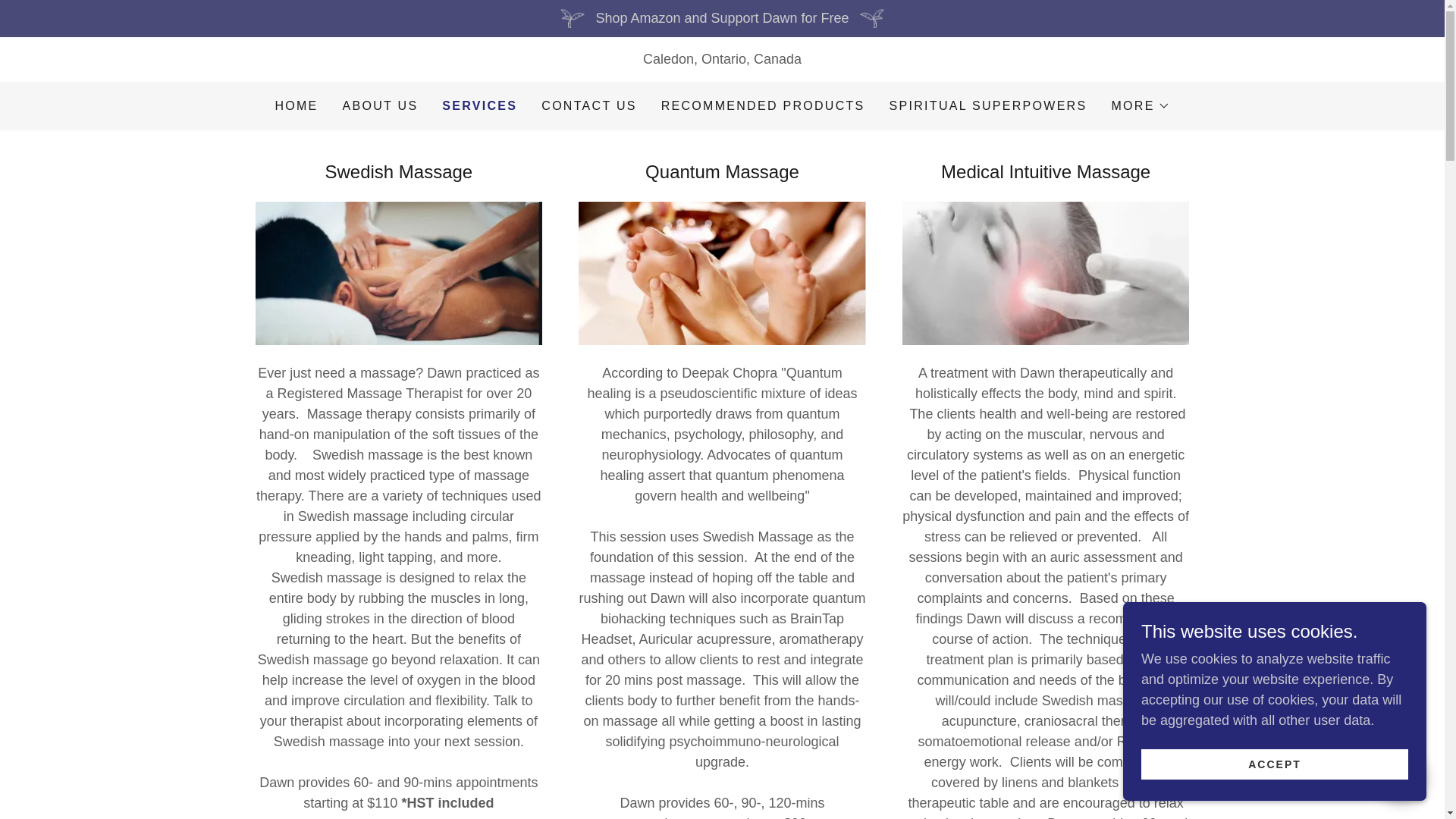 The width and height of the screenshot is (1456, 819). Describe the element at coordinates (763, 105) in the screenshot. I see `'RECOMMENDED PRODUCTS'` at that location.